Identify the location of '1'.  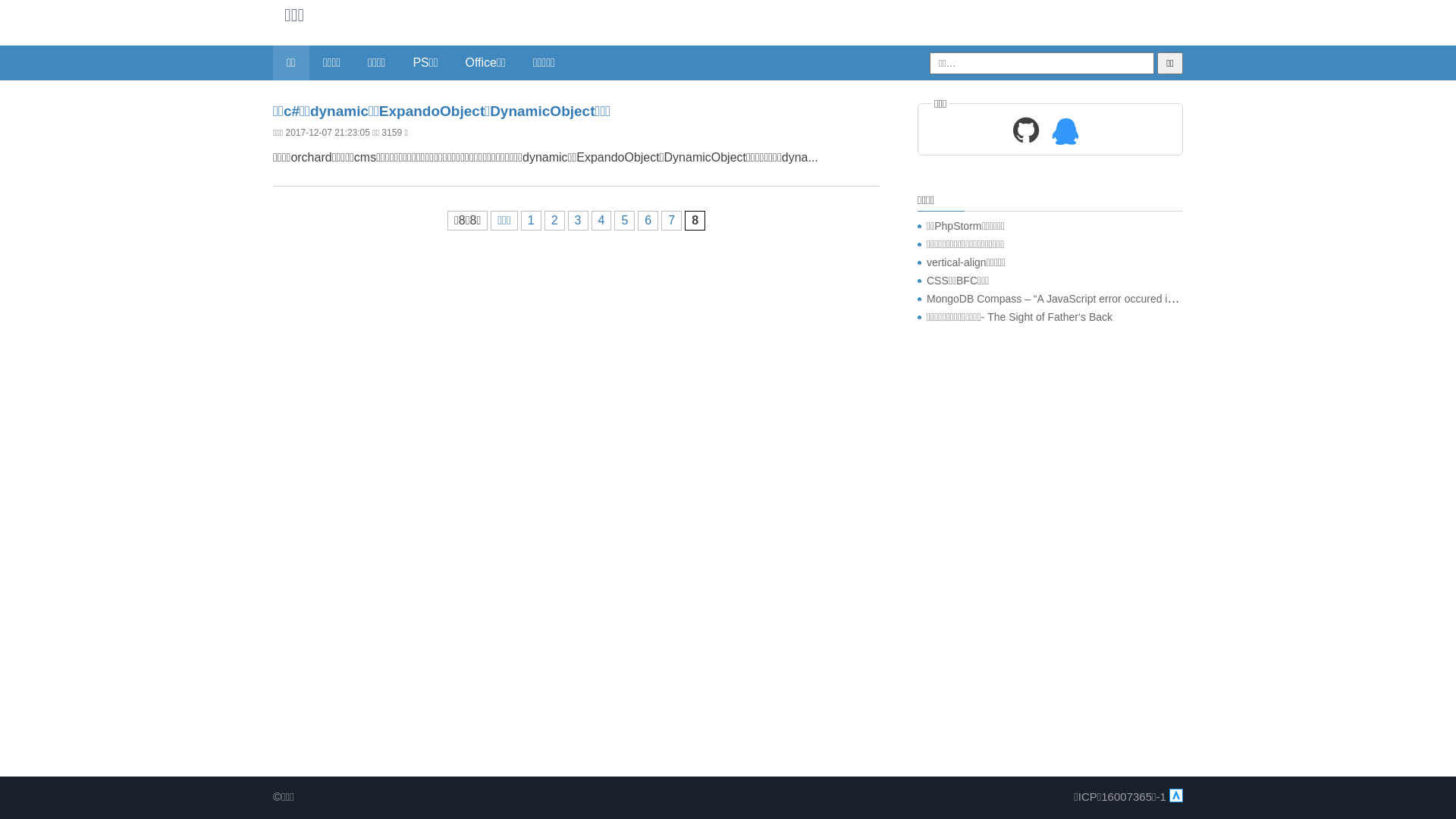
(531, 220).